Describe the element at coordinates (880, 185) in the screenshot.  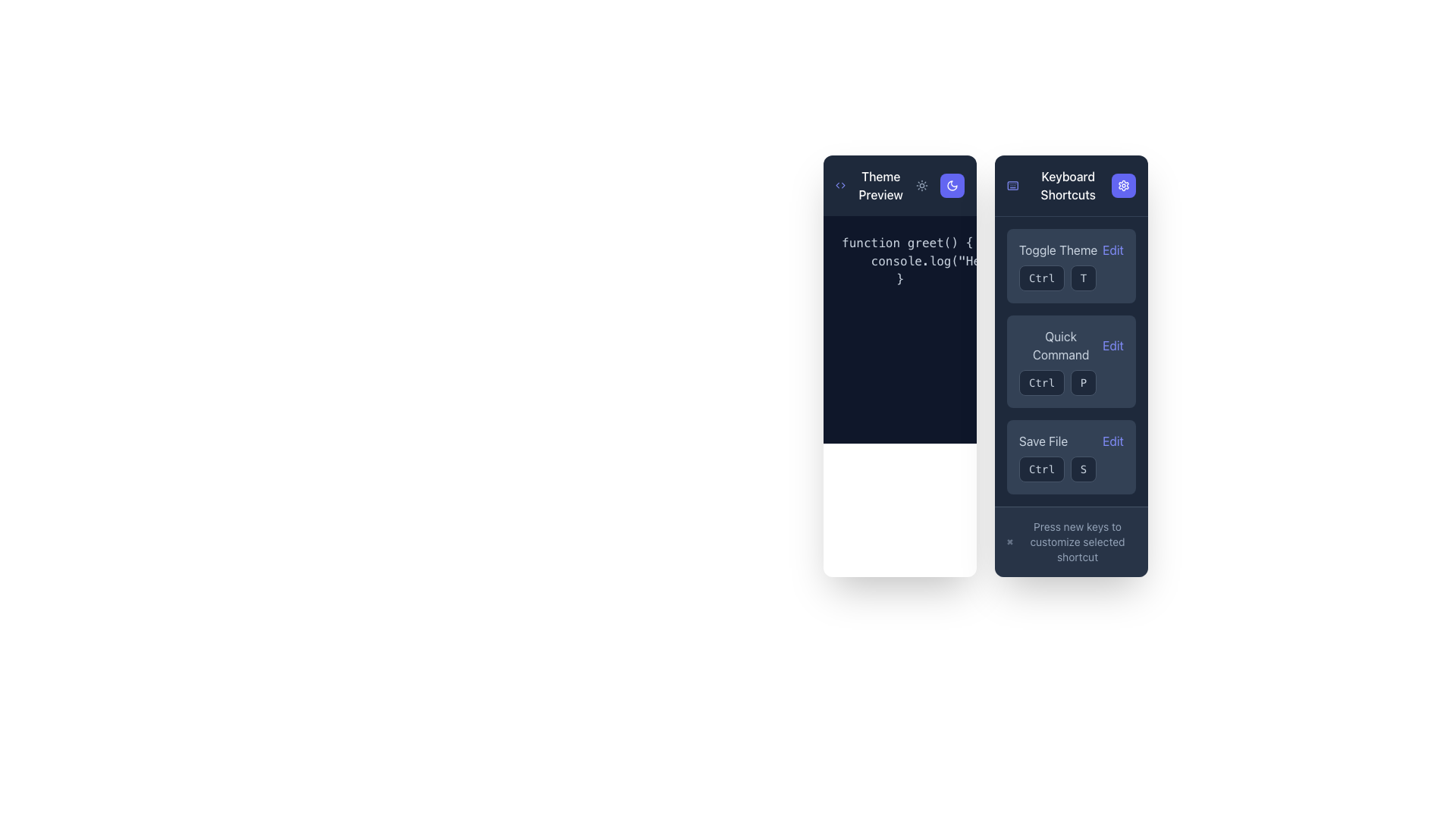
I see `text label 'Theme Preview' which is styled in white font on a dark background, located in the title bar of the left-most card in the interface` at that location.